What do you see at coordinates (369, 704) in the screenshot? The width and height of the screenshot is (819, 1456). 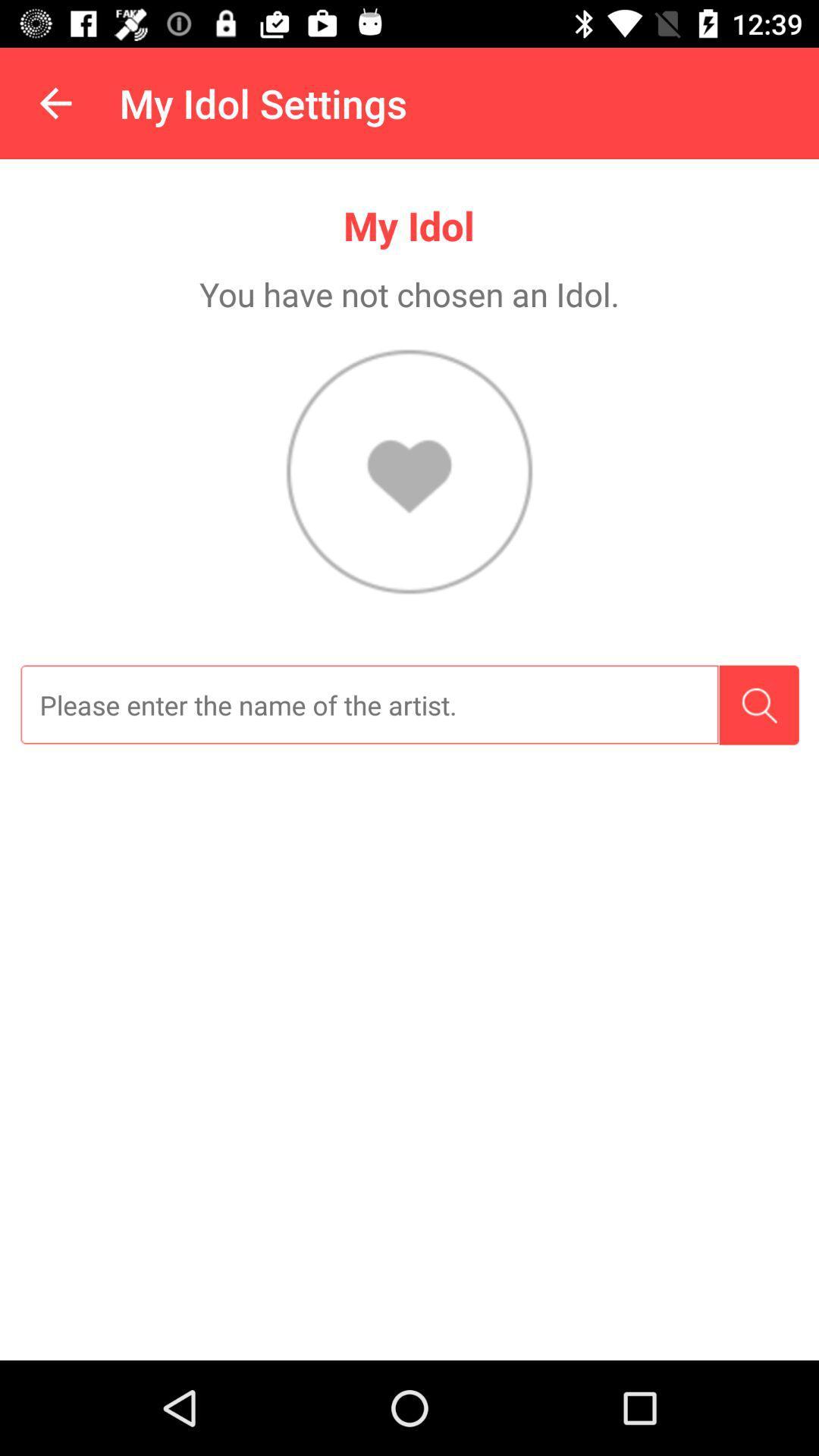 I see `search name of artist` at bounding box center [369, 704].